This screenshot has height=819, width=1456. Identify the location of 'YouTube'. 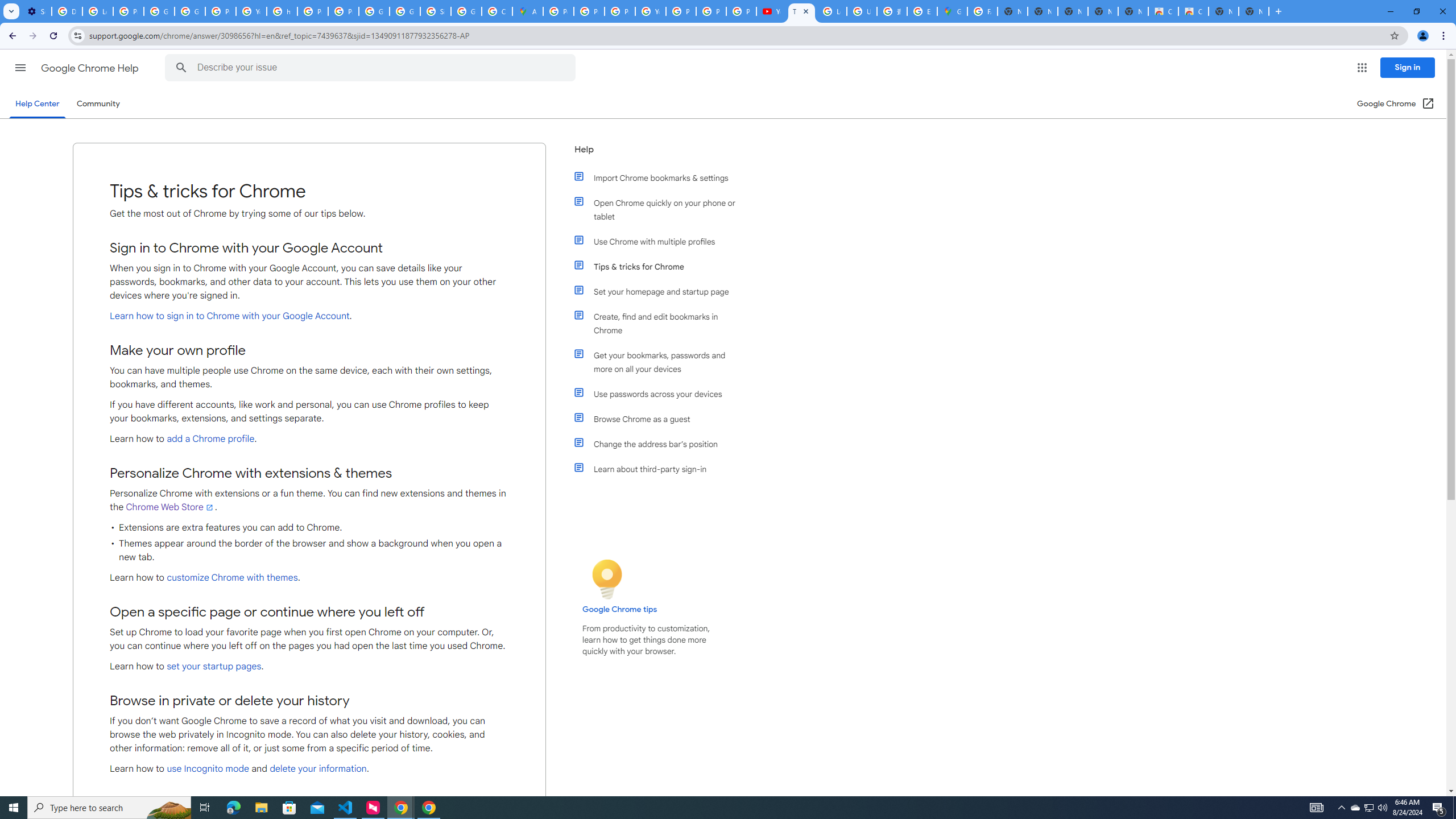
(651, 11).